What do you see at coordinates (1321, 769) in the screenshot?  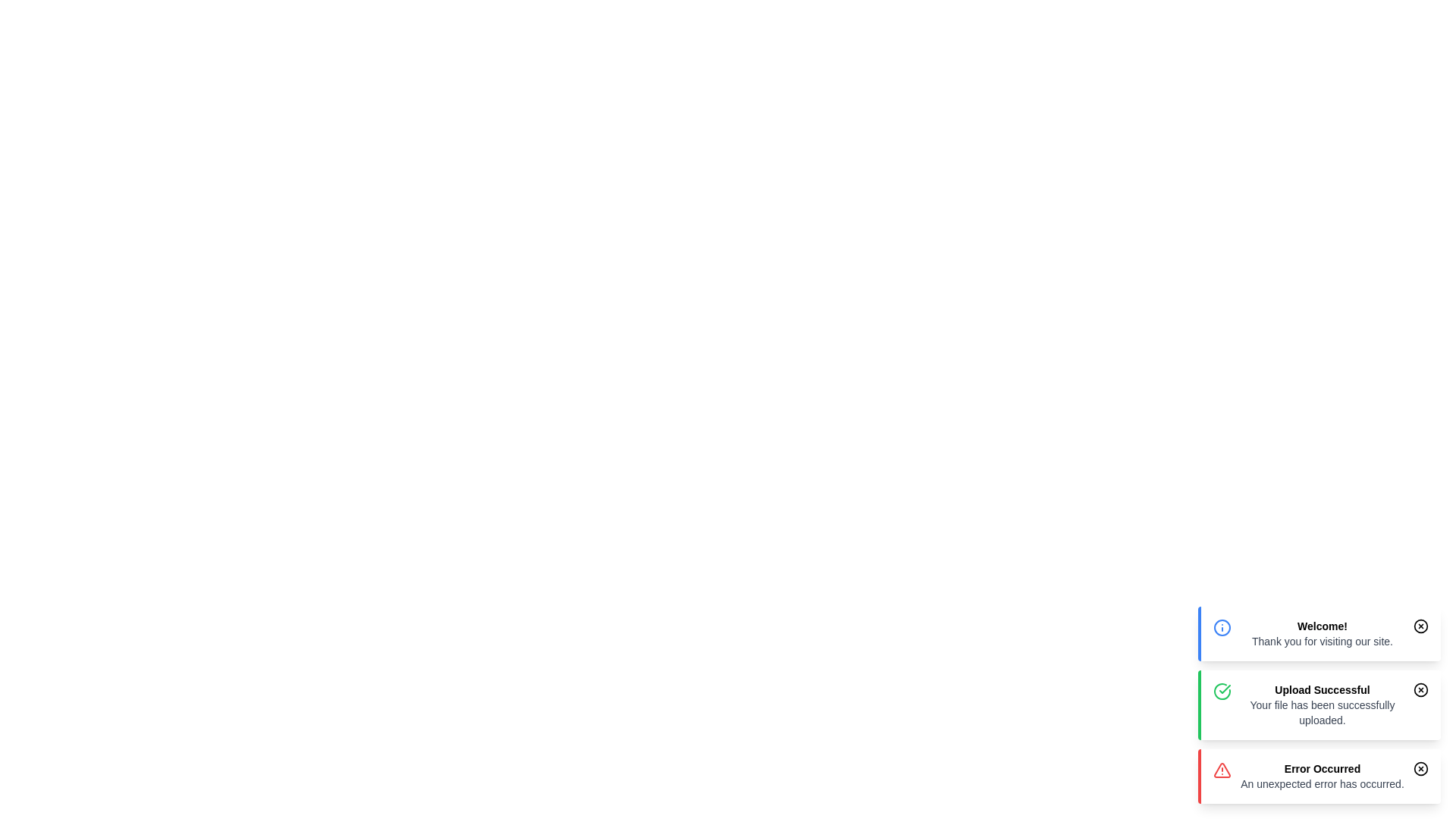 I see `the error notification title text label positioned at the bottom-right corner of the interface` at bounding box center [1321, 769].